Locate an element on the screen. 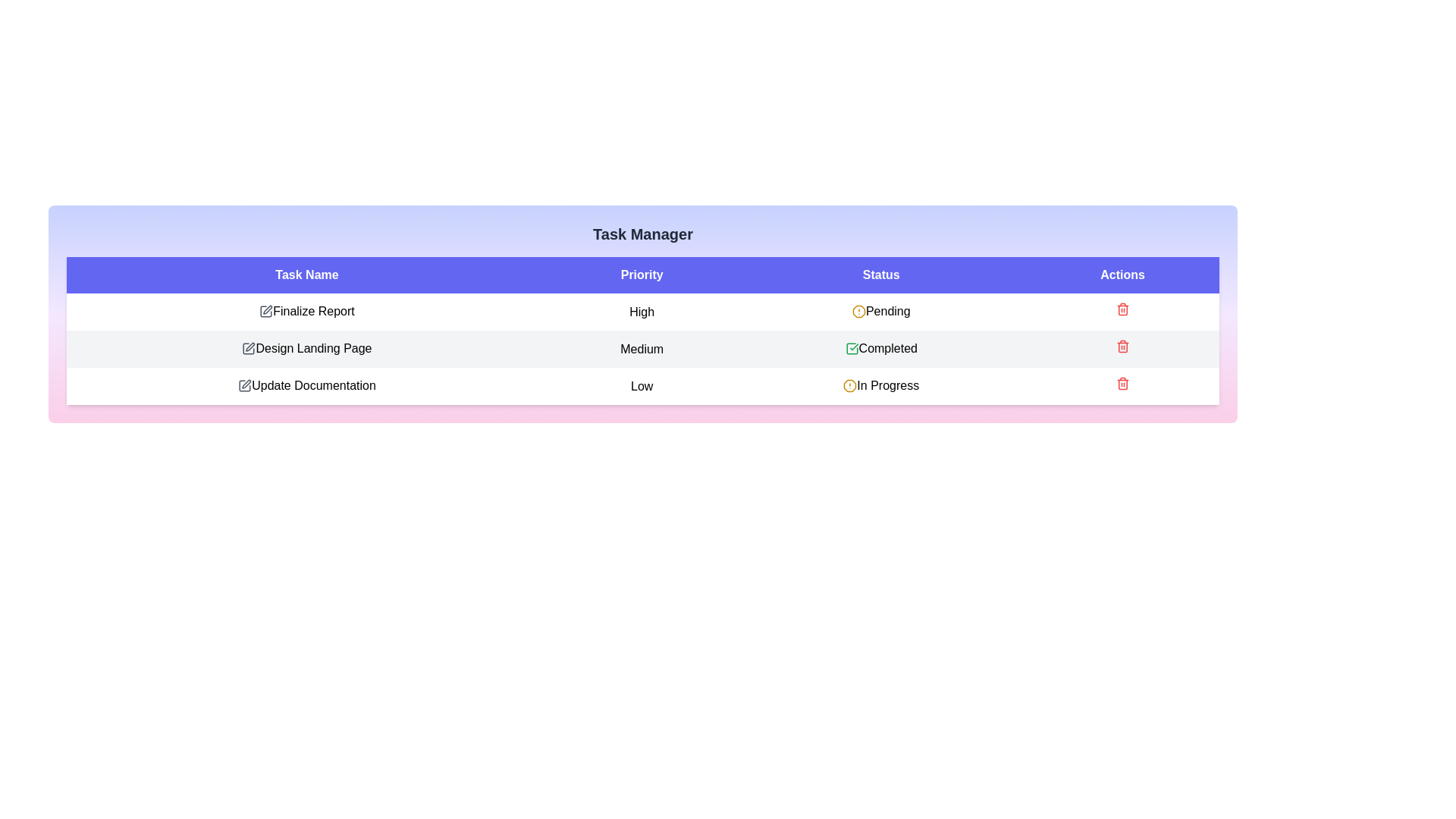  the edit icon for the task named Update Documentation is located at coordinates (244, 385).